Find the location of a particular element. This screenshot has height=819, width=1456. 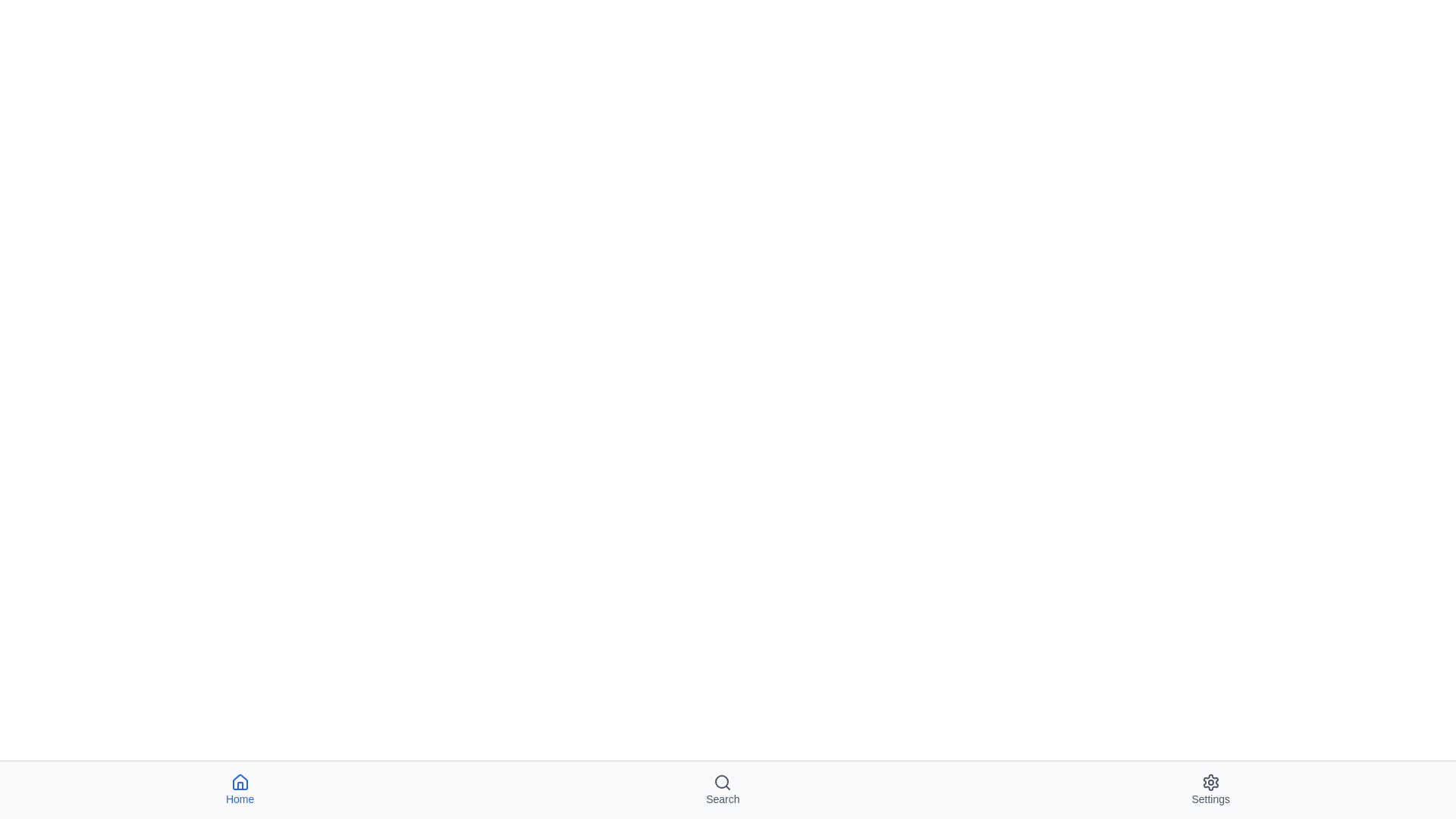

the 'Home' text label, which is styled in blue and located below the house icon in the bottom navigation bar is located at coordinates (239, 798).